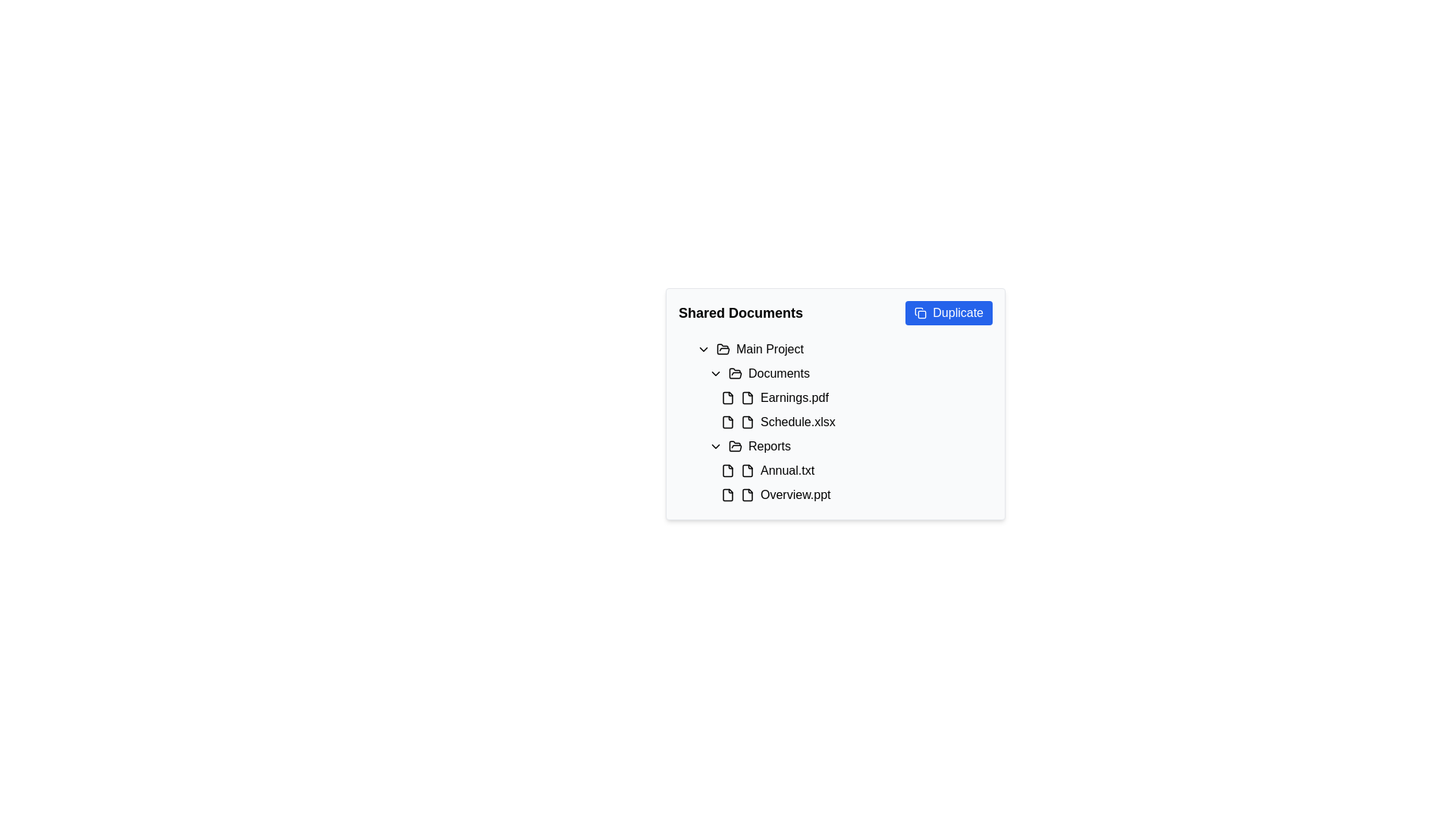 The image size is (1456, 819). I want to click on the folder icon representing the 'Documents' directory located under 'Main Project' in the 'Shared Documents' navigation panel, so click(735, 373).